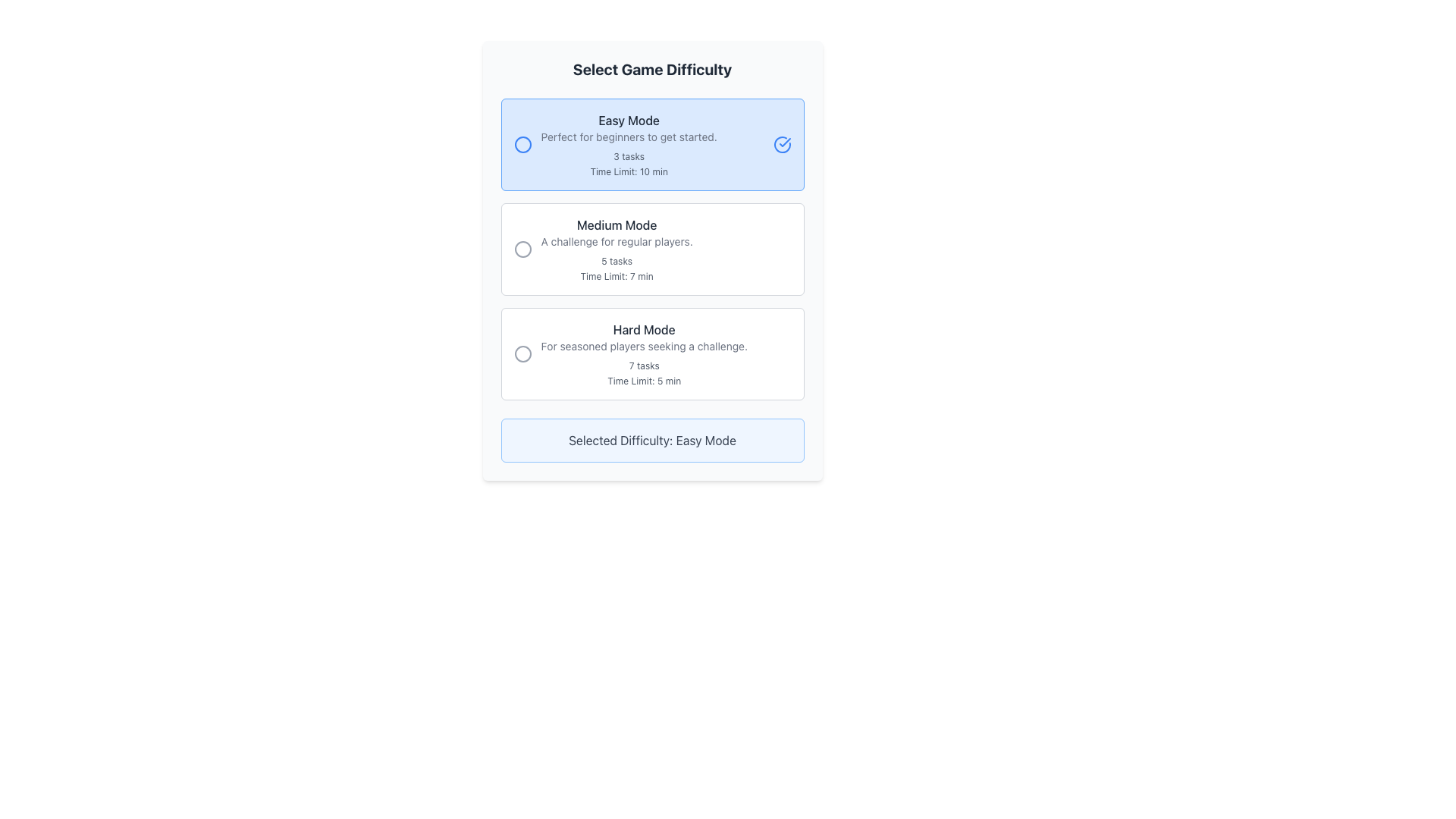 The image size is (1456, 819). I want to click on the Text Display that shows 'Selected Difficulty: Easy Mode' with a light blue background, gray text, and rounded corners, located below the 'Hard Mode' selection in the vertical list, so click(652, 441).